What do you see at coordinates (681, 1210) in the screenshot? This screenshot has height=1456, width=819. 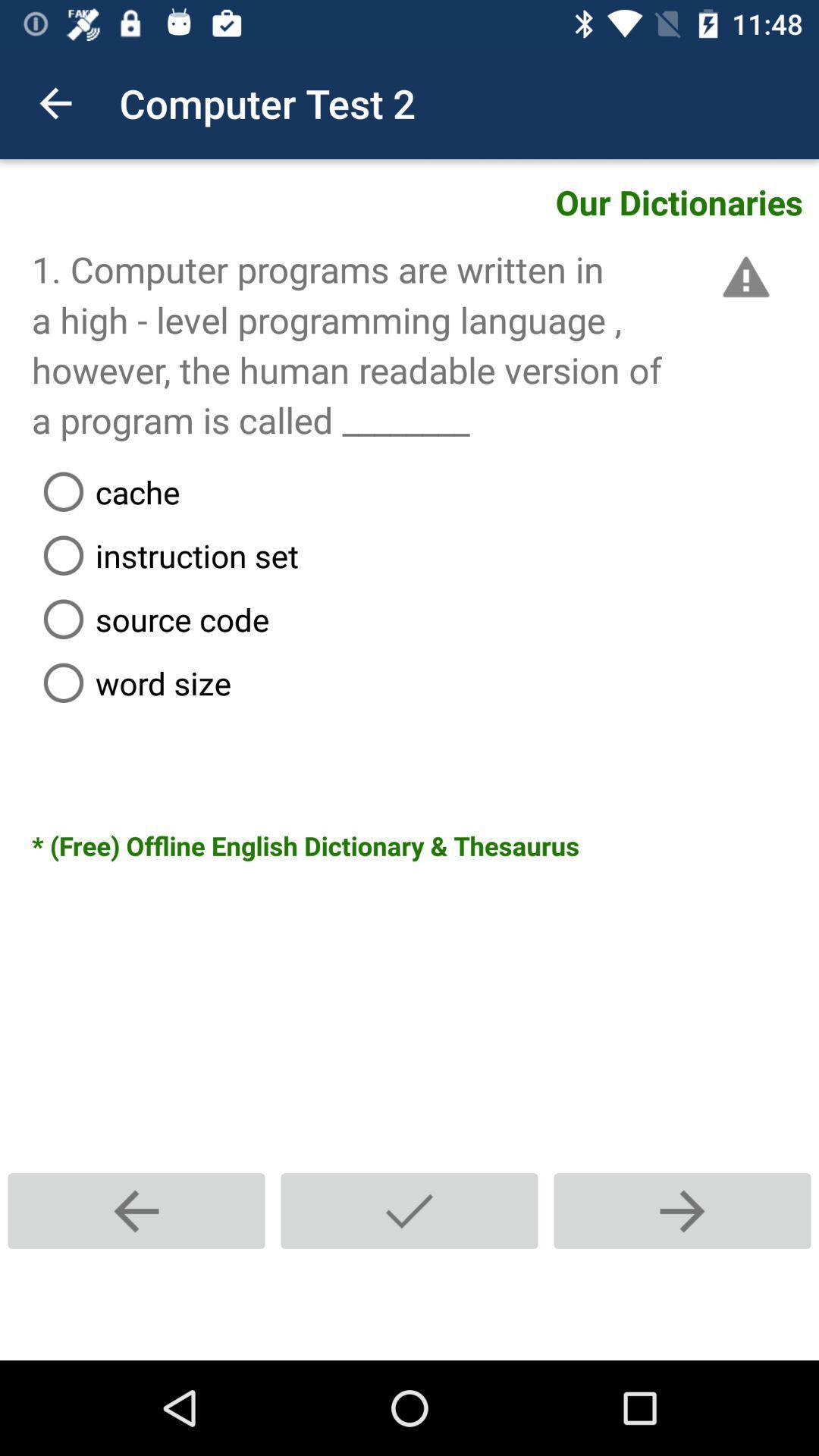 I see `the item below free offline english item` at bounding box center [681, 1210].